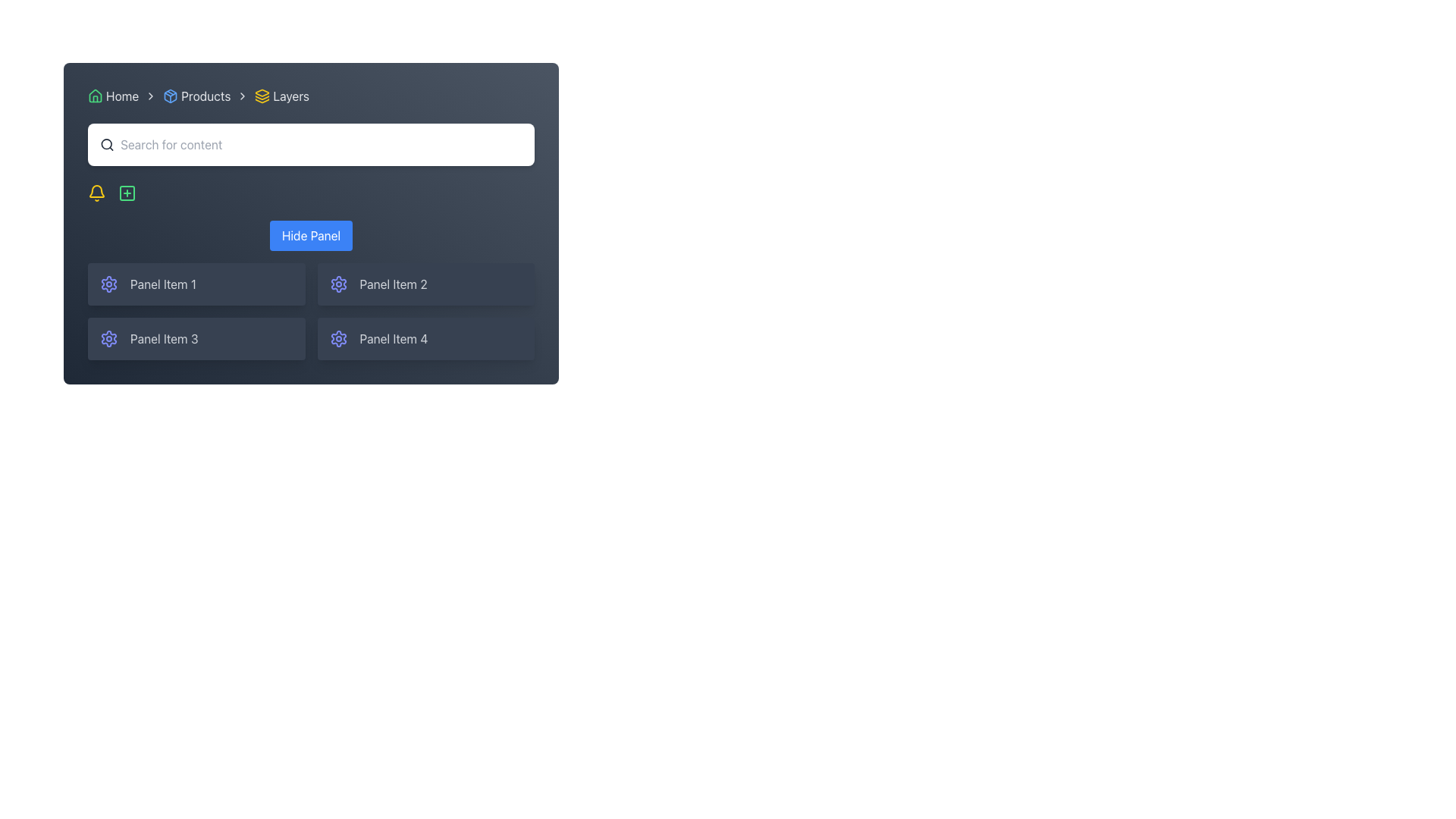 The image size is (1456, 819). Describe the element at coordinates (337, 338) in the screenshot. I see `the gear icon with a blue outline located in the top-left corner of the box labeled 'Panel Item 4'` at that location.